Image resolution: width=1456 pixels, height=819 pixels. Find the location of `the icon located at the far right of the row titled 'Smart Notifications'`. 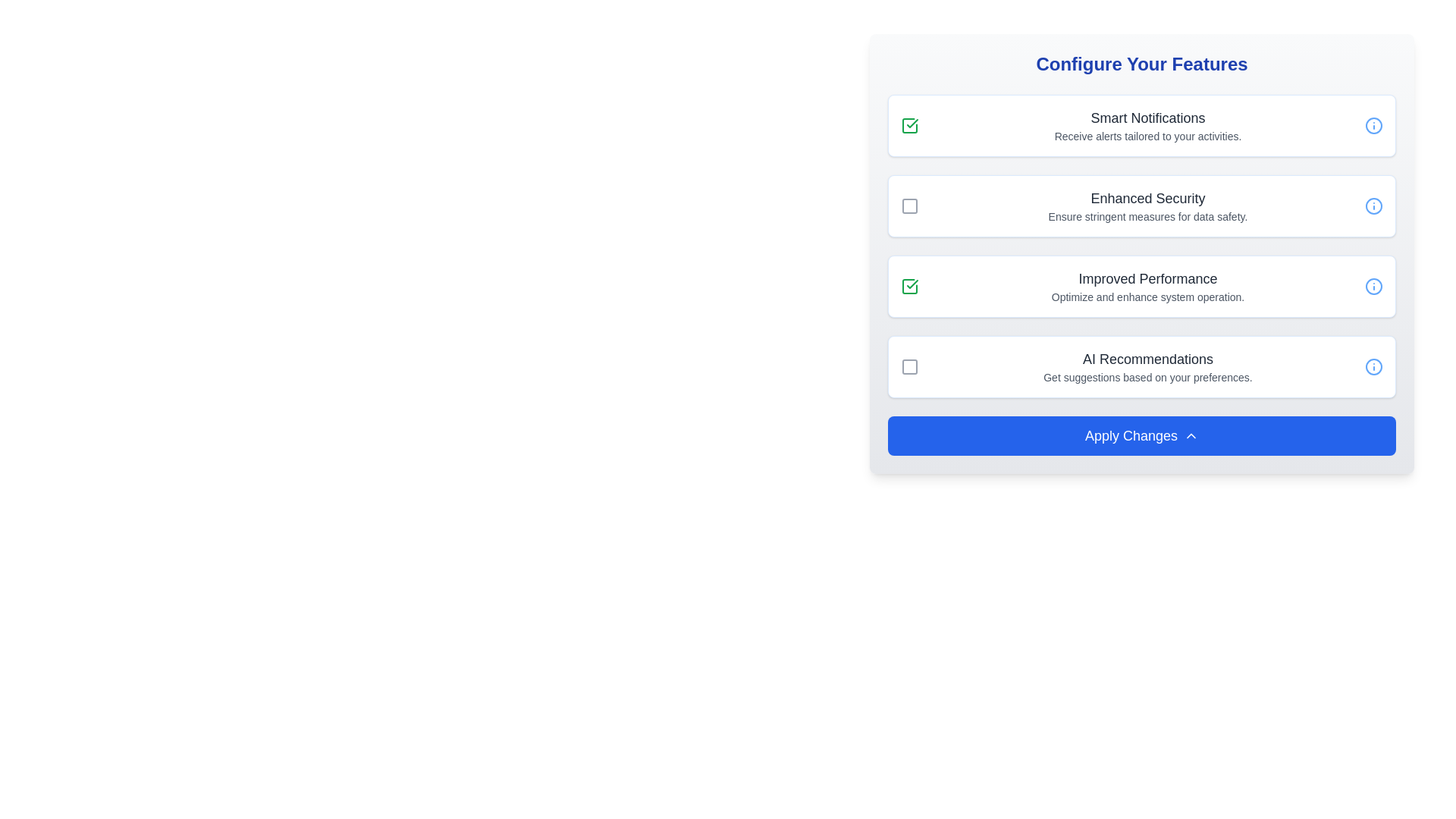

the icon located at the far right of the row titled 'Smart Notifications' is located at coordinates (1373, 124).